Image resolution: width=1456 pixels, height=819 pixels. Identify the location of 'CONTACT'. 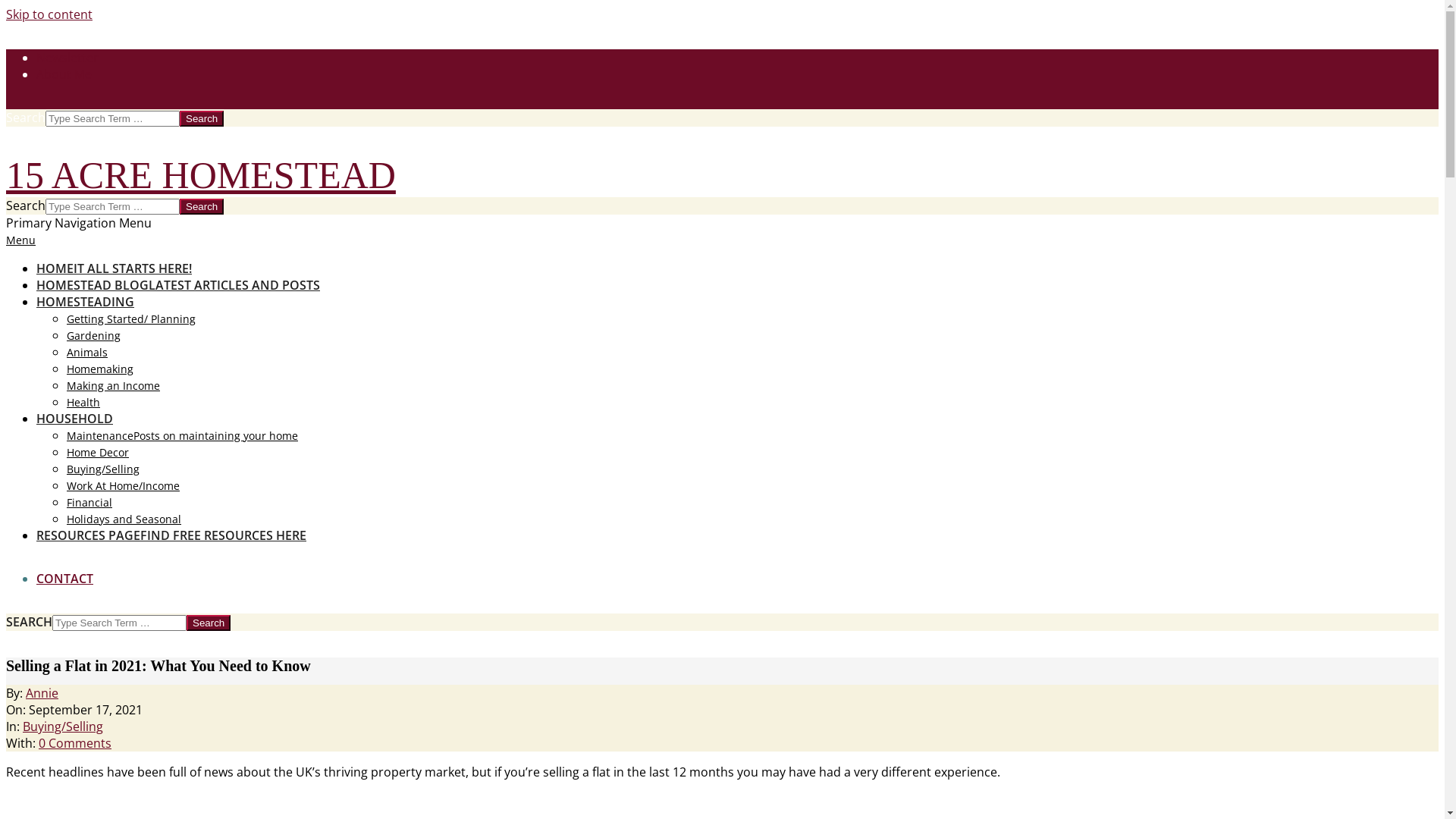
(64, 579).